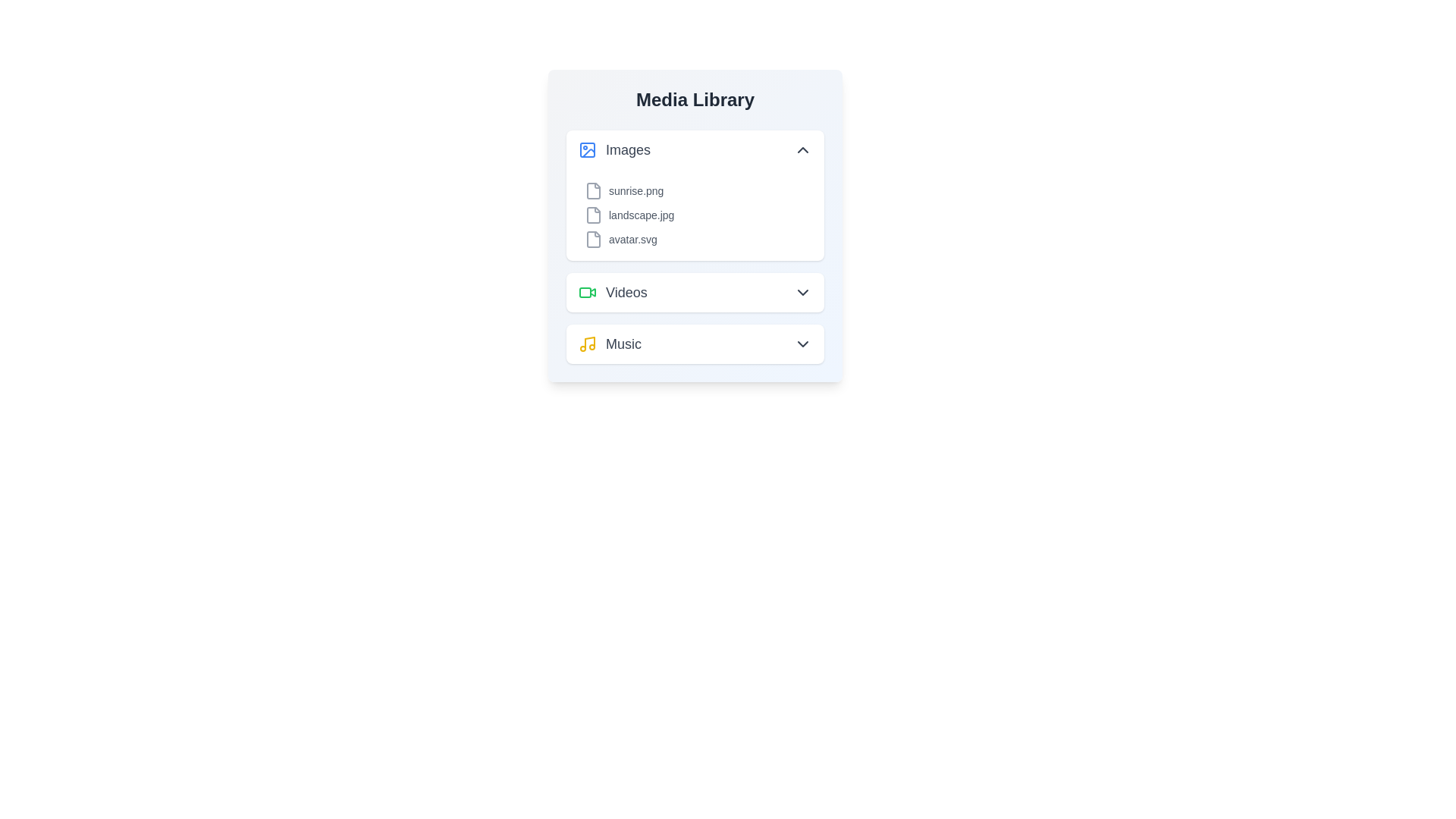 The image size is (1456, 819). What do you see at coordinates (694, 190) in the screenshot?
I see `the File list entry labeled 'sunrise.png' in the Media Library, which is the first item under the 'Images' section` at bounding box center [694, 190].